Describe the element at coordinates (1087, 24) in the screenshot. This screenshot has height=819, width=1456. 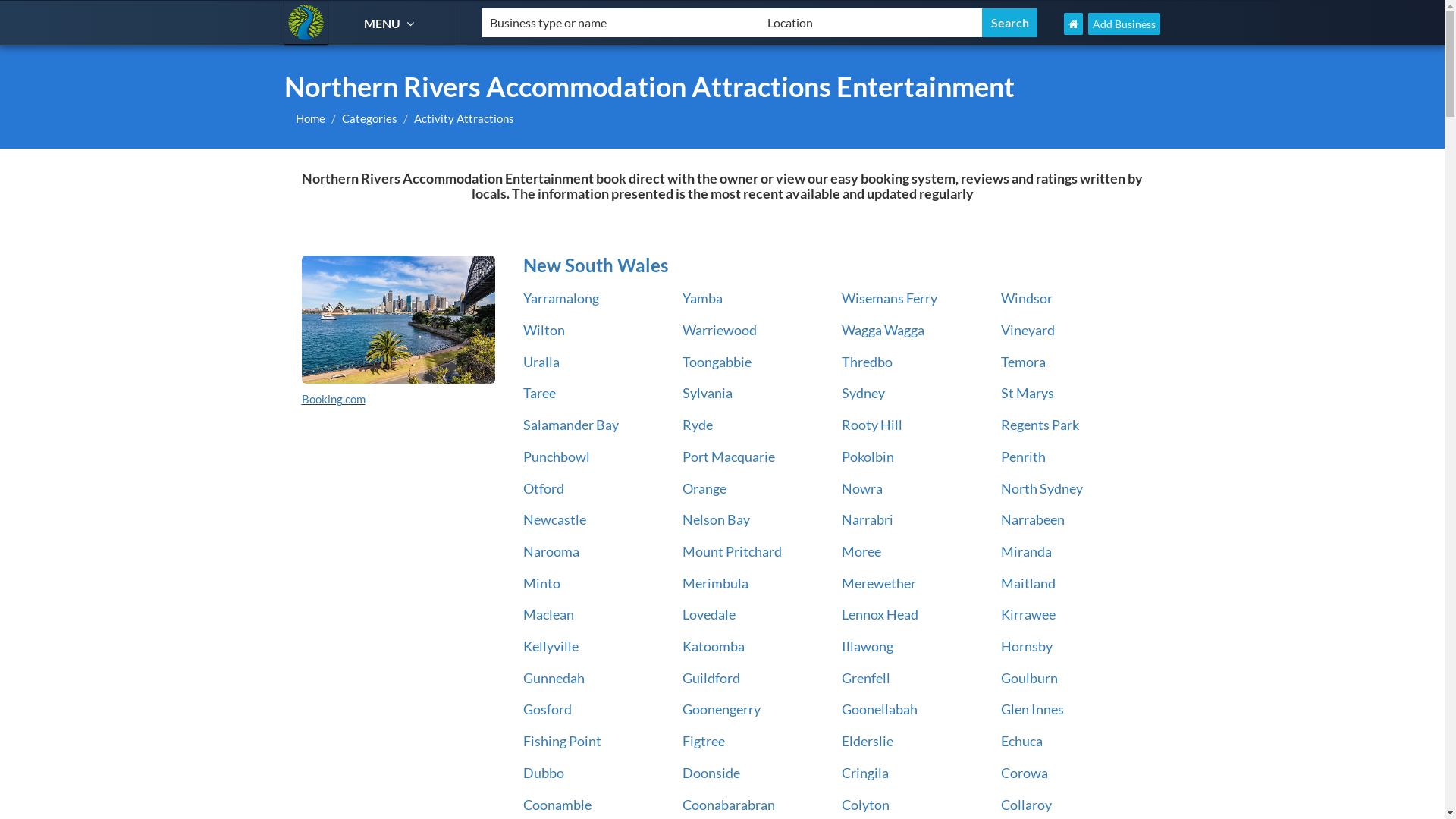
I see `'Add Business'` at that location.